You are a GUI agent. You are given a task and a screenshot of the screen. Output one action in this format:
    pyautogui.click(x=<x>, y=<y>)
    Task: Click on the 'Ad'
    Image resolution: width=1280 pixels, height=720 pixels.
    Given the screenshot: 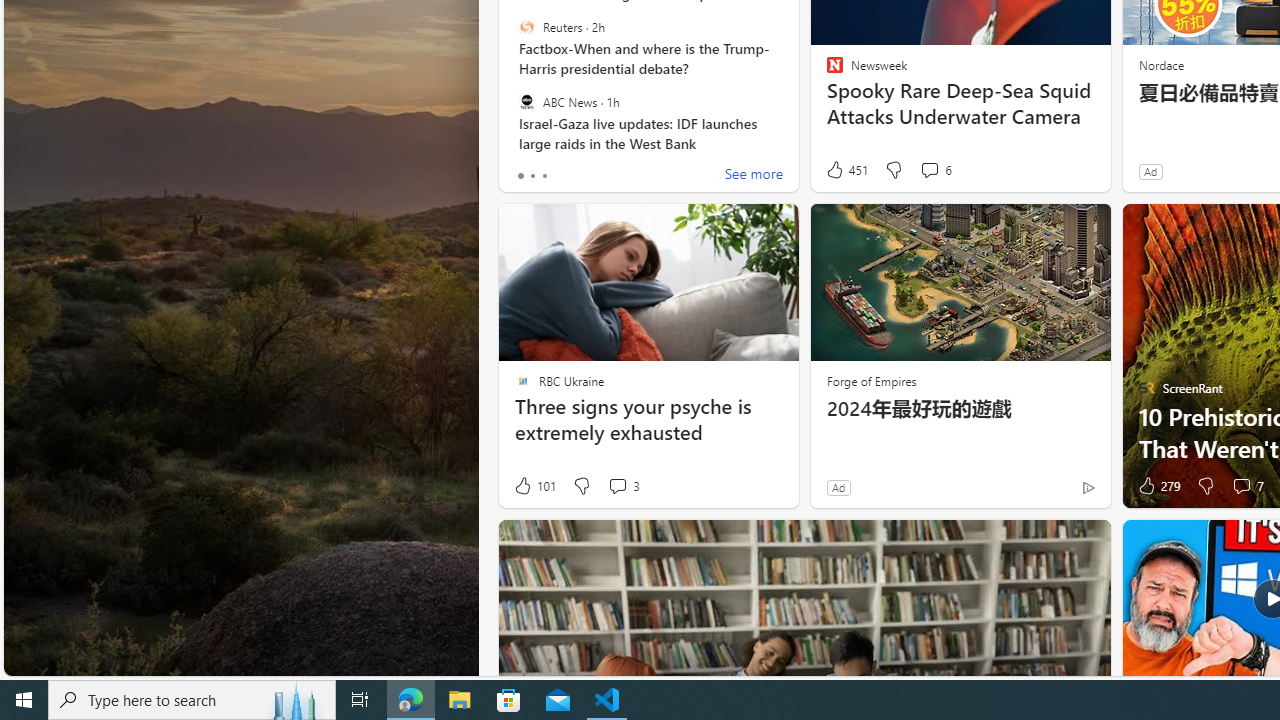 What is the action you would take?
    pyautogui.click(x=838, y=487)
    